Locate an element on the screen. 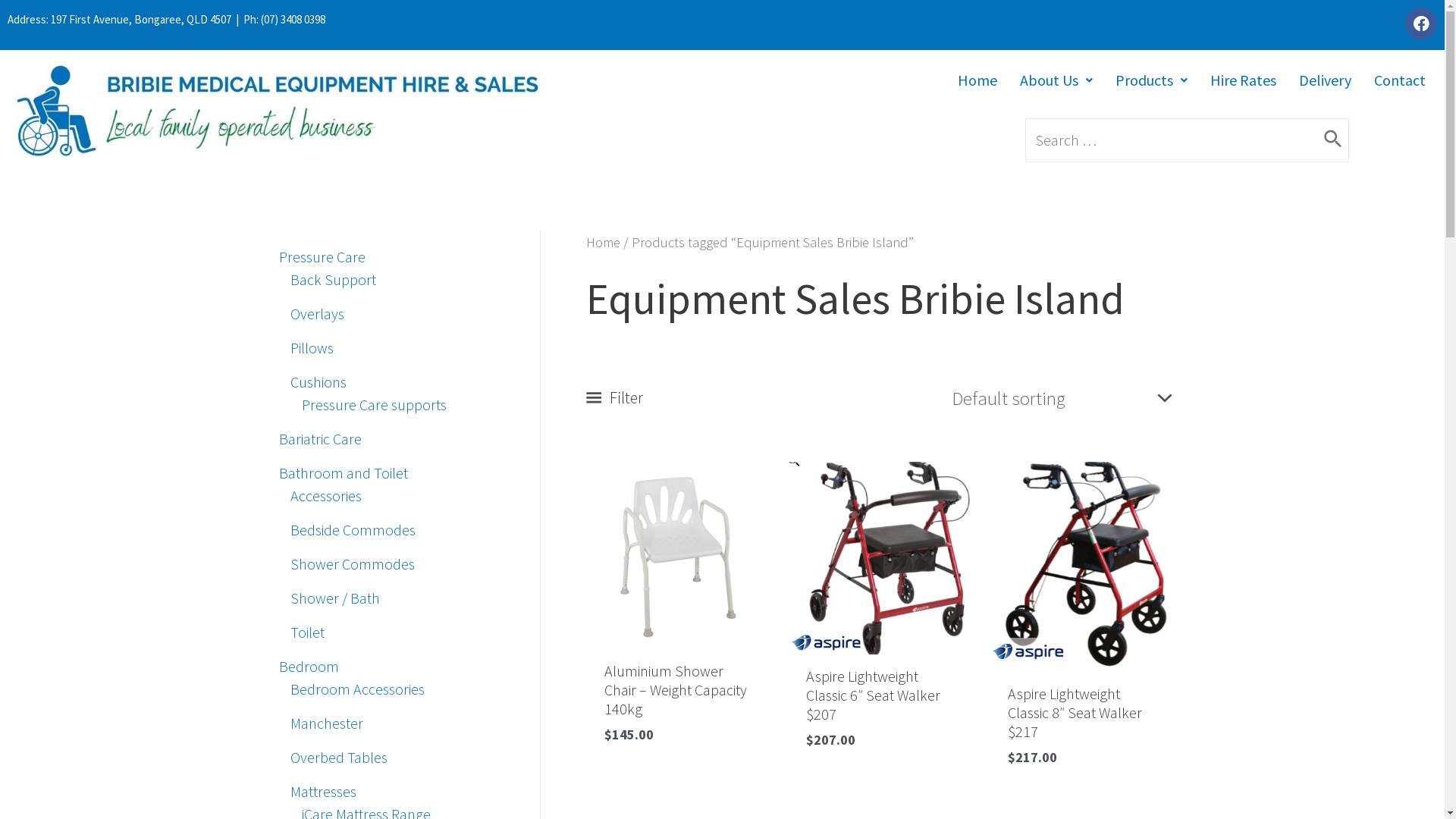  'Home' is located at coordinates (977, 80).